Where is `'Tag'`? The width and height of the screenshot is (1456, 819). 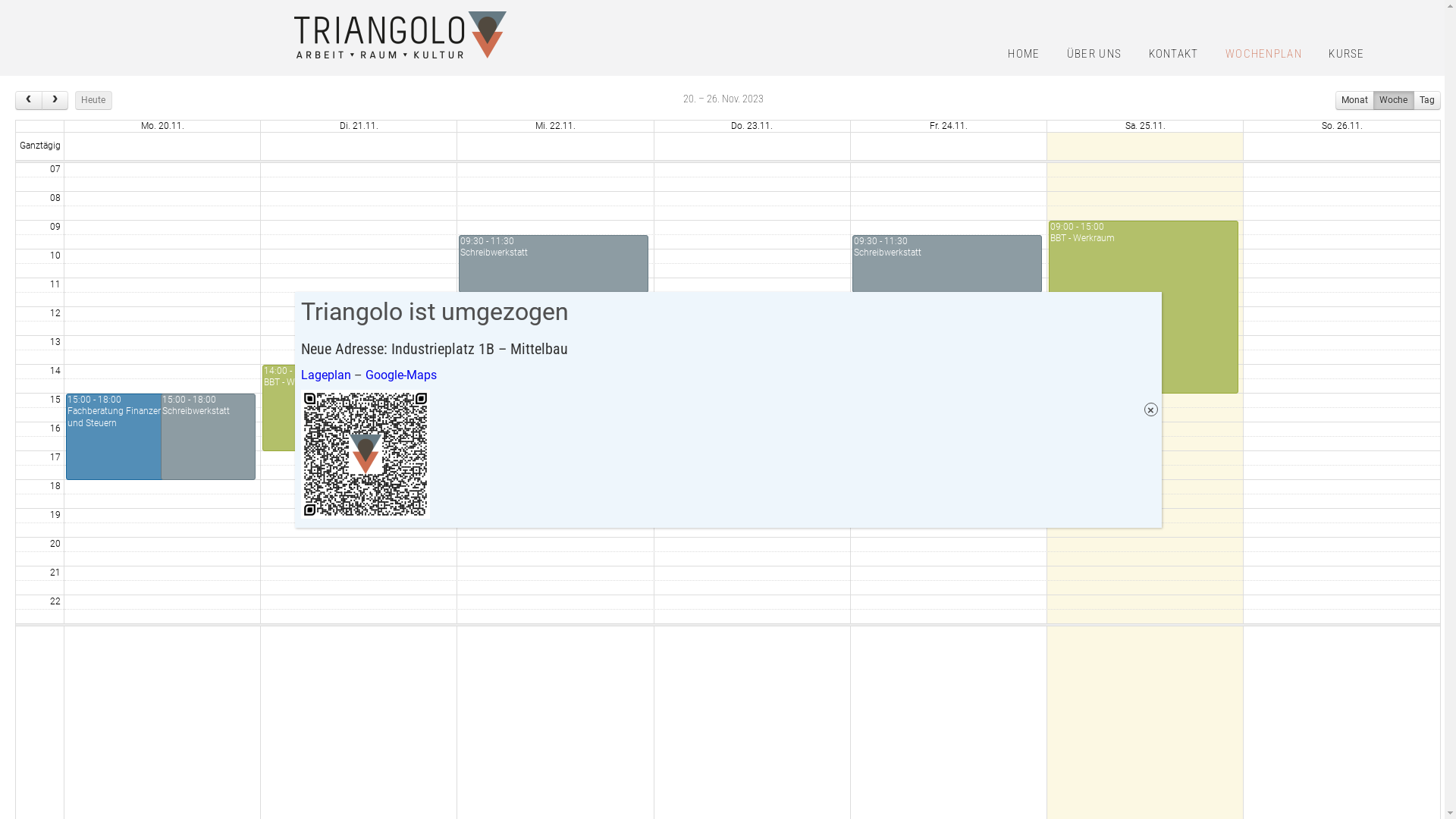
'Tag' is located at coordinates (1426, 100).